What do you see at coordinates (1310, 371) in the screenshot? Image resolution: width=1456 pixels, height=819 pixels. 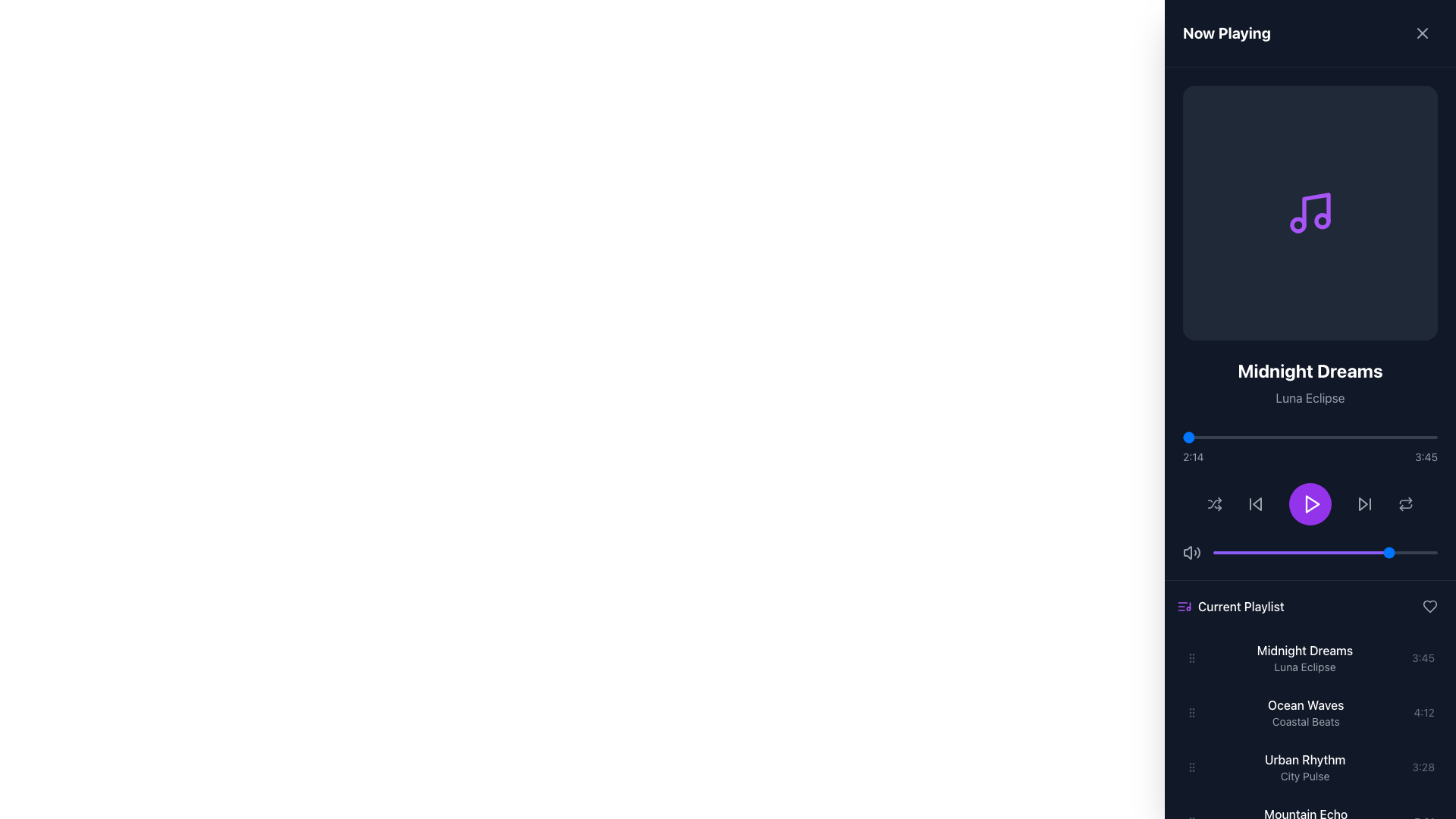 I see `the text label displaying the current track title, located at the top center of the panel above 'Luna Eclipse'` at bounding box center [1310, 371].